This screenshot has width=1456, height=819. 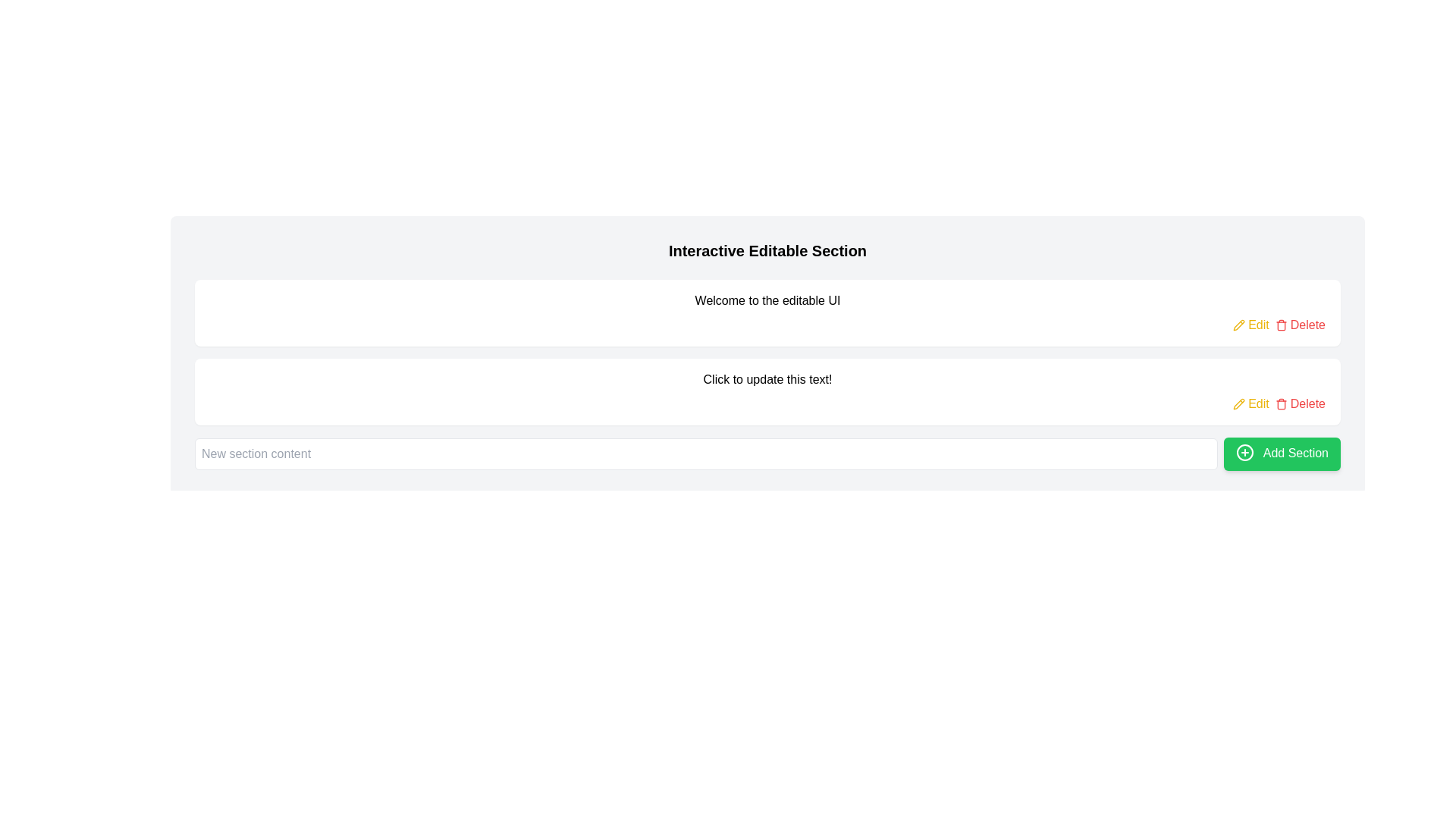 What do you see at coordinates (1281, 453) in the screenshot?
I see `the green rectangular button labeled 'Add Section' located at the far-right end of the input field` at bounding box center [1281, 453].